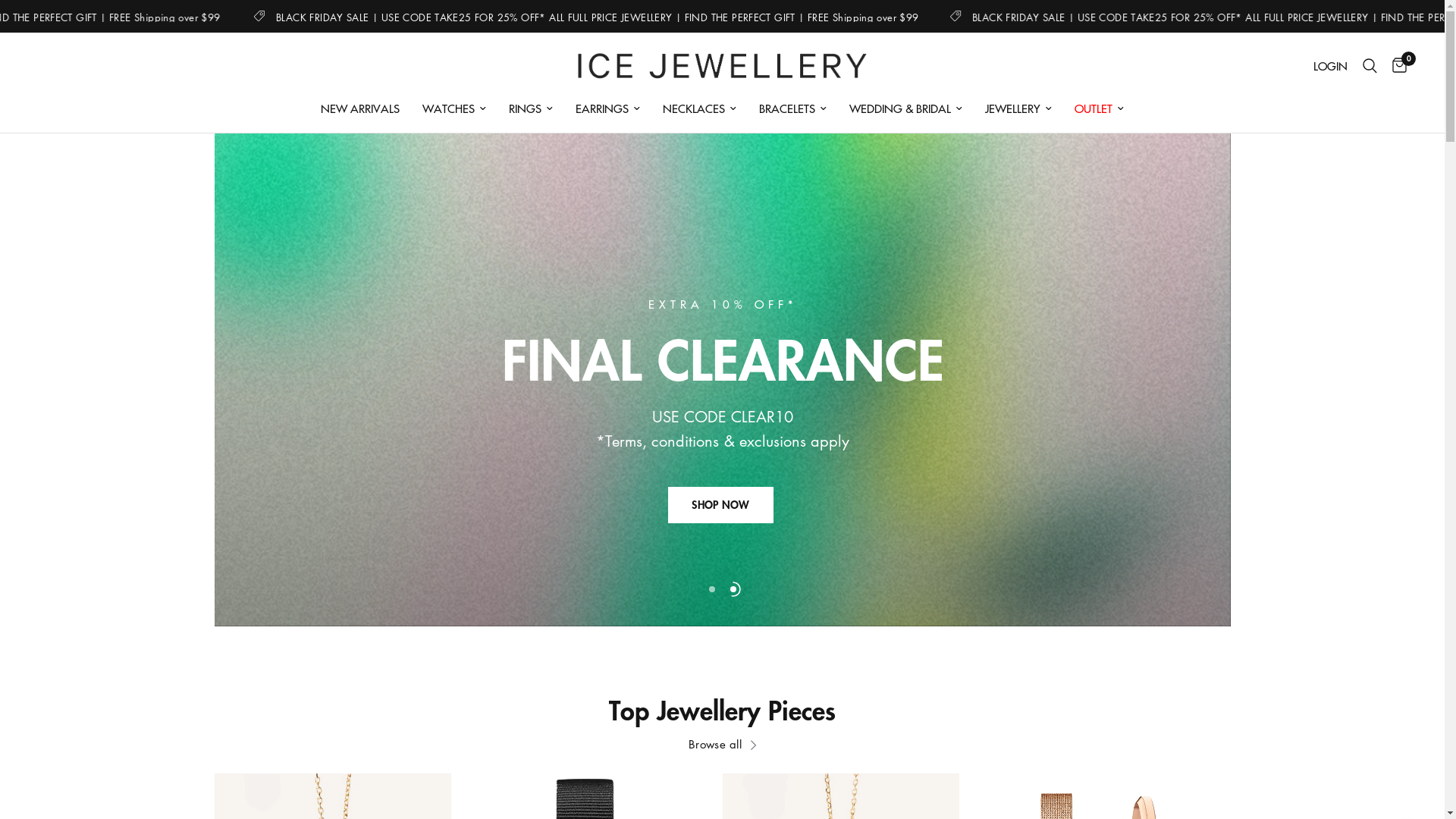 The width and height of the screenshot is (1456, 819). I want to click on 'LOGIN', so click(1305, 65).